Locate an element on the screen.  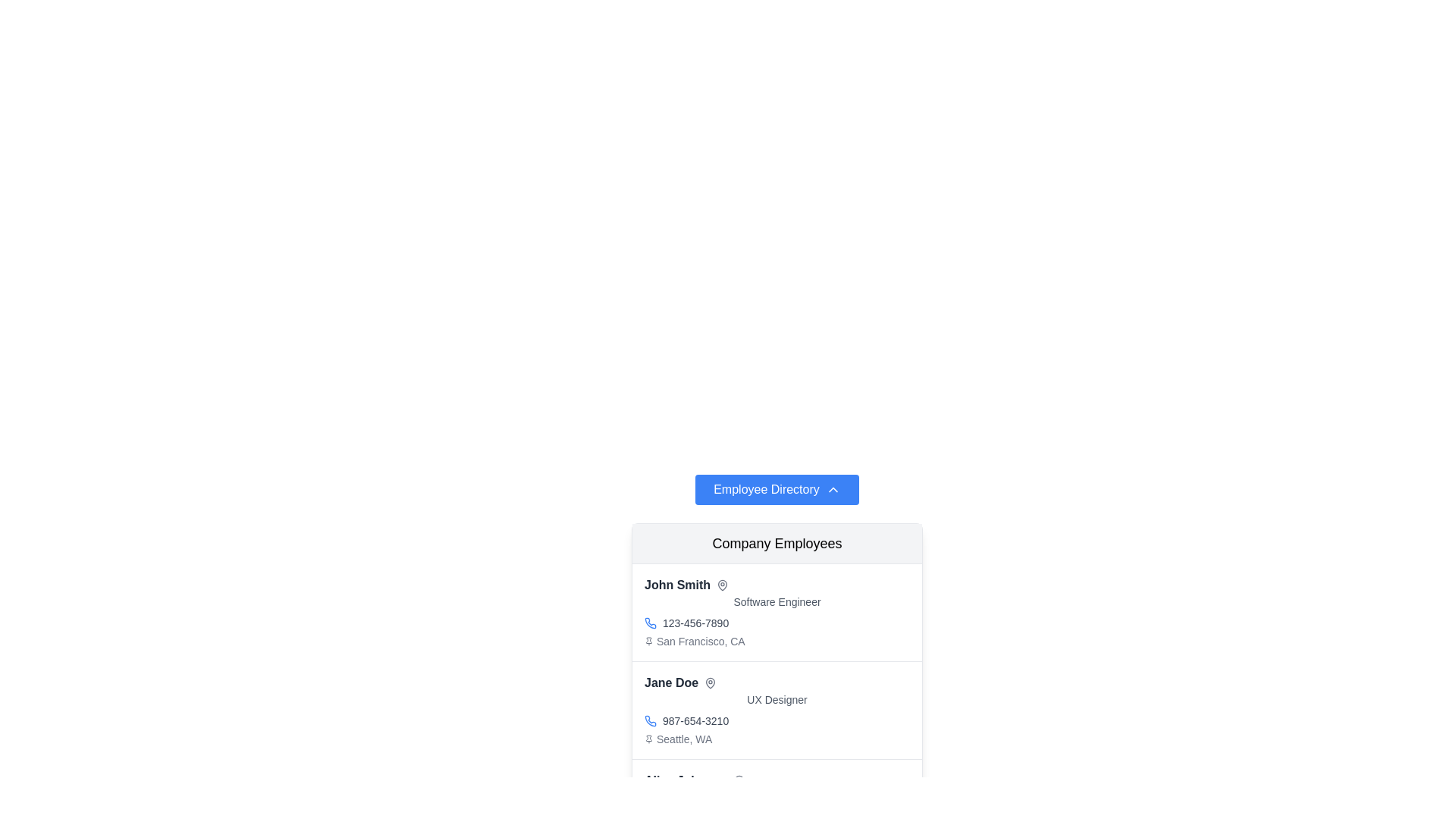
the phone icon located next to the phone number under the first employee's details in the 'Company Employees' section is located at coordinates (651, 623).